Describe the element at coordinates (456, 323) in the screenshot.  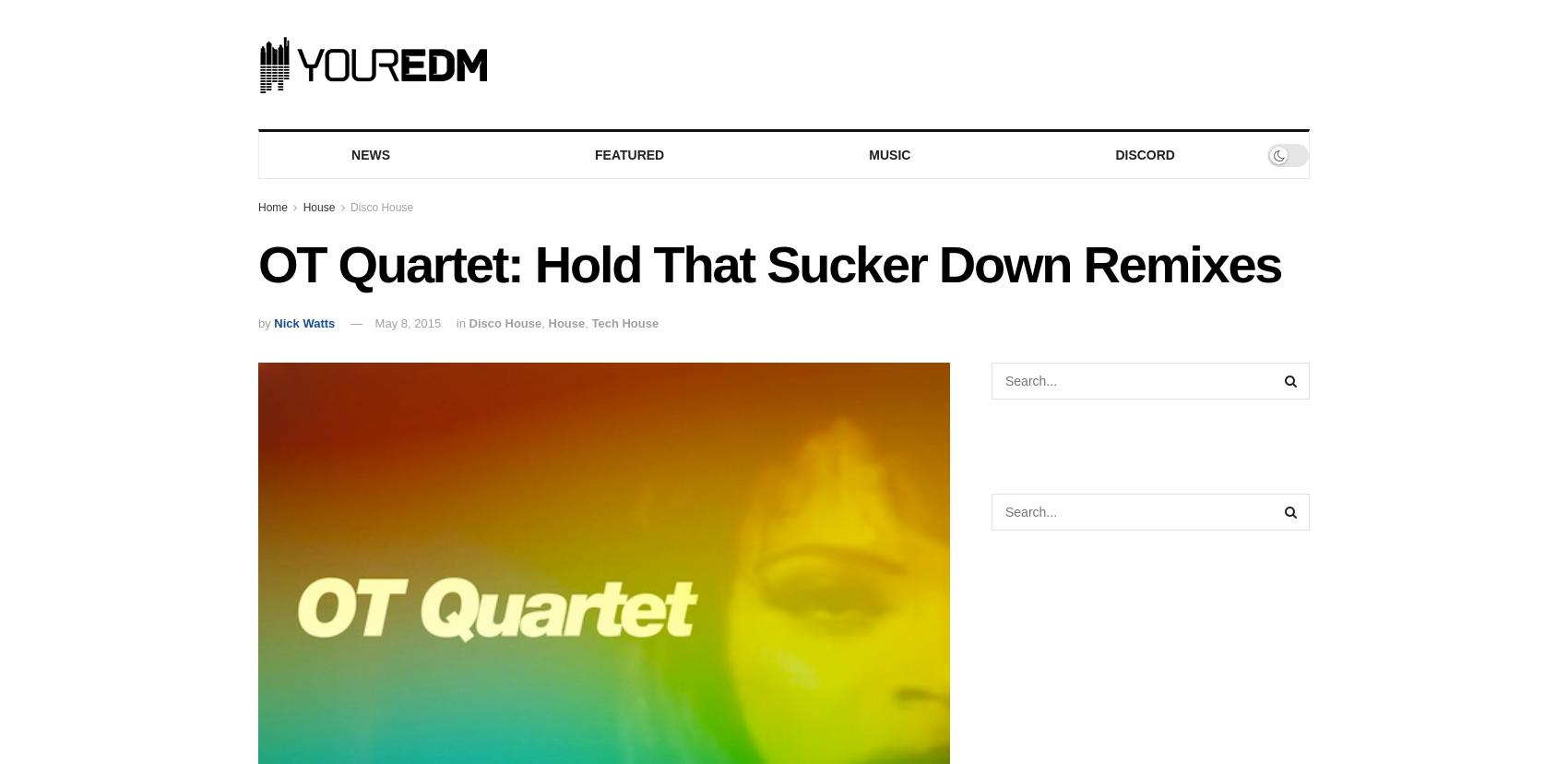
I see `'in'` at that location.